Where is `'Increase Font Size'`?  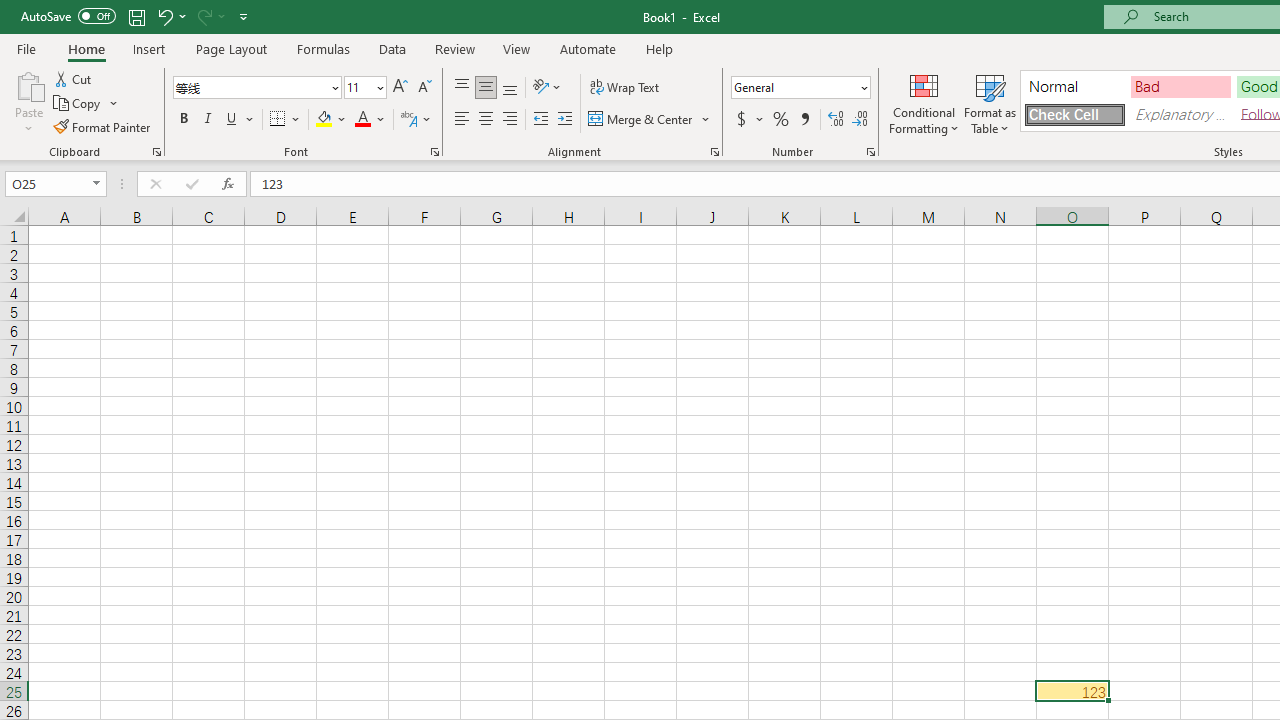 'Increase Font Size' is located at coordinates (400, 86).